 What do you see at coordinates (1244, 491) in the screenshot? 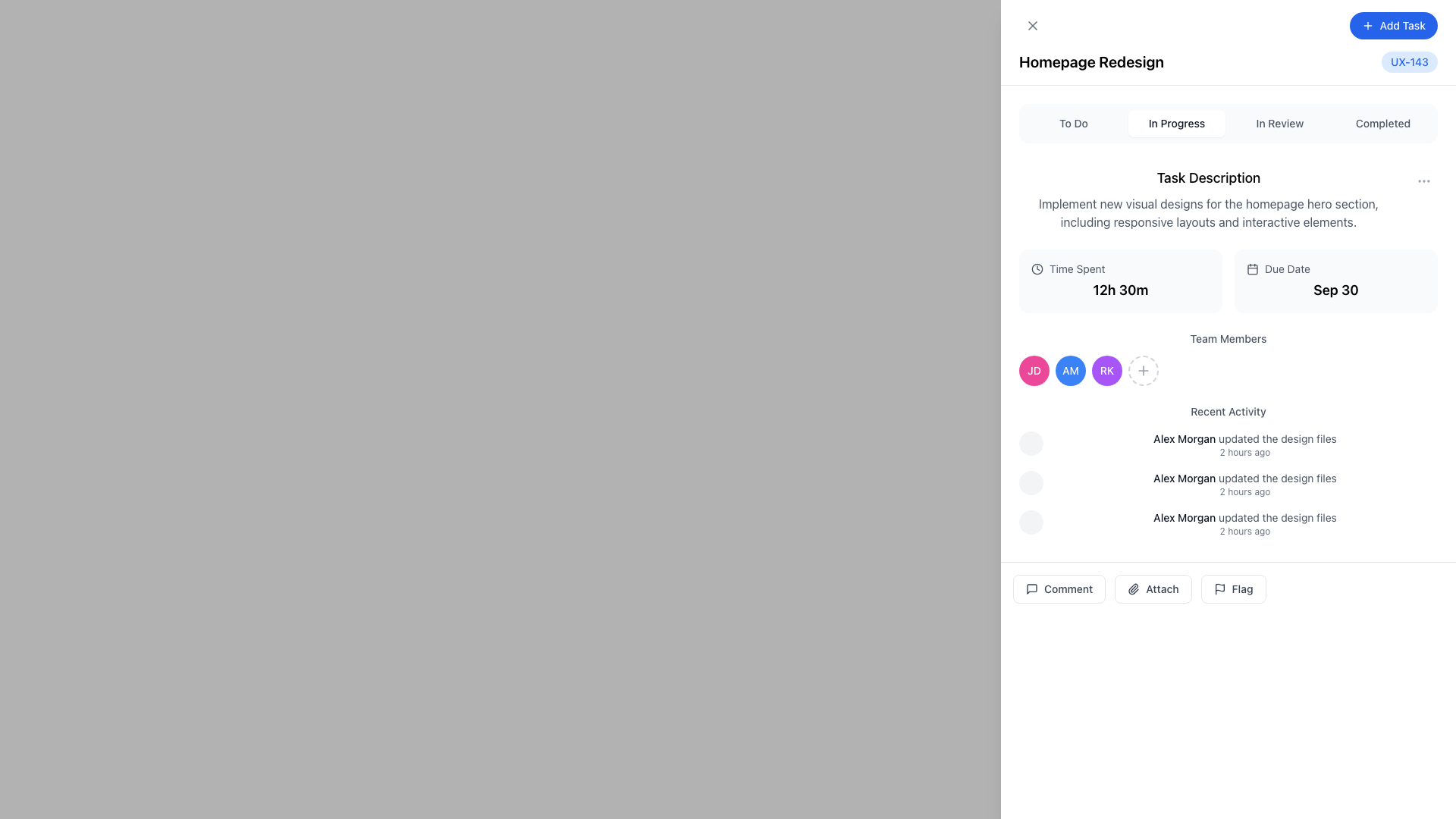
I see `the text label displaying '2 hours ago' in light gray color located in the 'Recent Activity' section, positioned under 'Alex Morgan updated the design files.'` at bounding box center [1244, 491].